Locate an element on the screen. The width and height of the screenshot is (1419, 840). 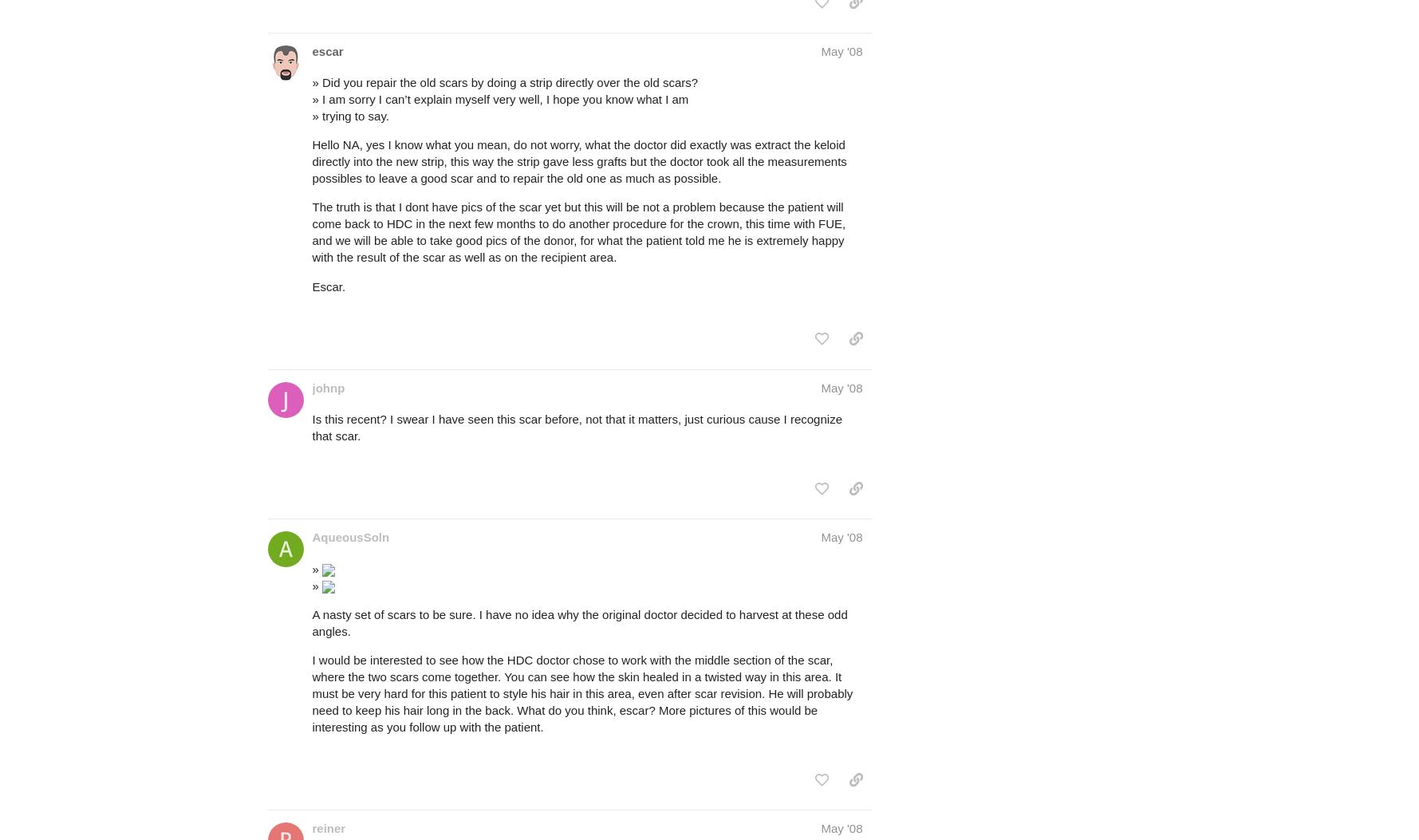
'» I am sorry I can’t explain myself very well, I hope you know what I am' is located at coordinates (499, 99).